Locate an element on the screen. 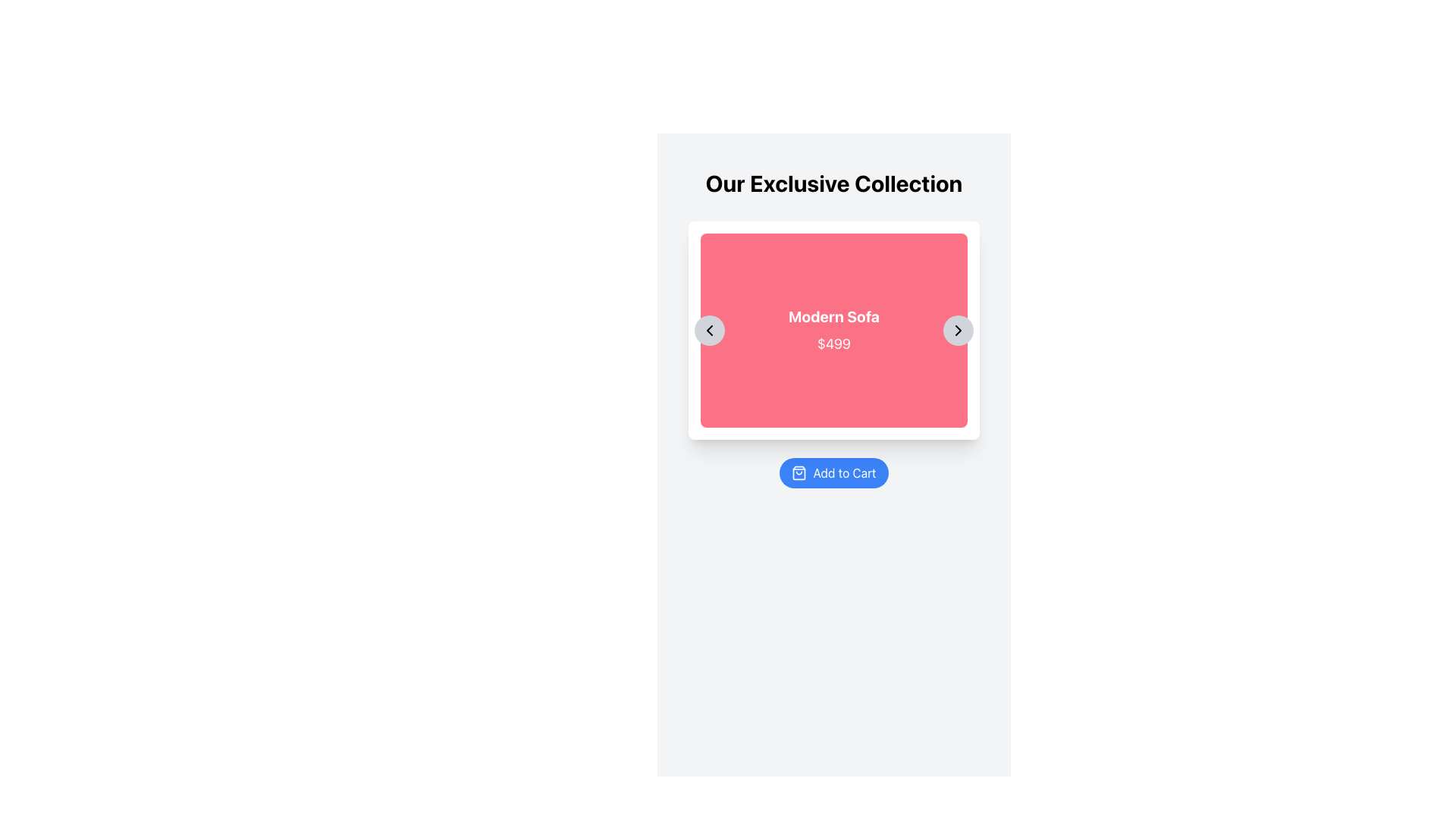 The image size is (1456, 819). the rightward-pointing chevron icon located inside a circular button at the right side of the product card is located at coordinates (957, 329).